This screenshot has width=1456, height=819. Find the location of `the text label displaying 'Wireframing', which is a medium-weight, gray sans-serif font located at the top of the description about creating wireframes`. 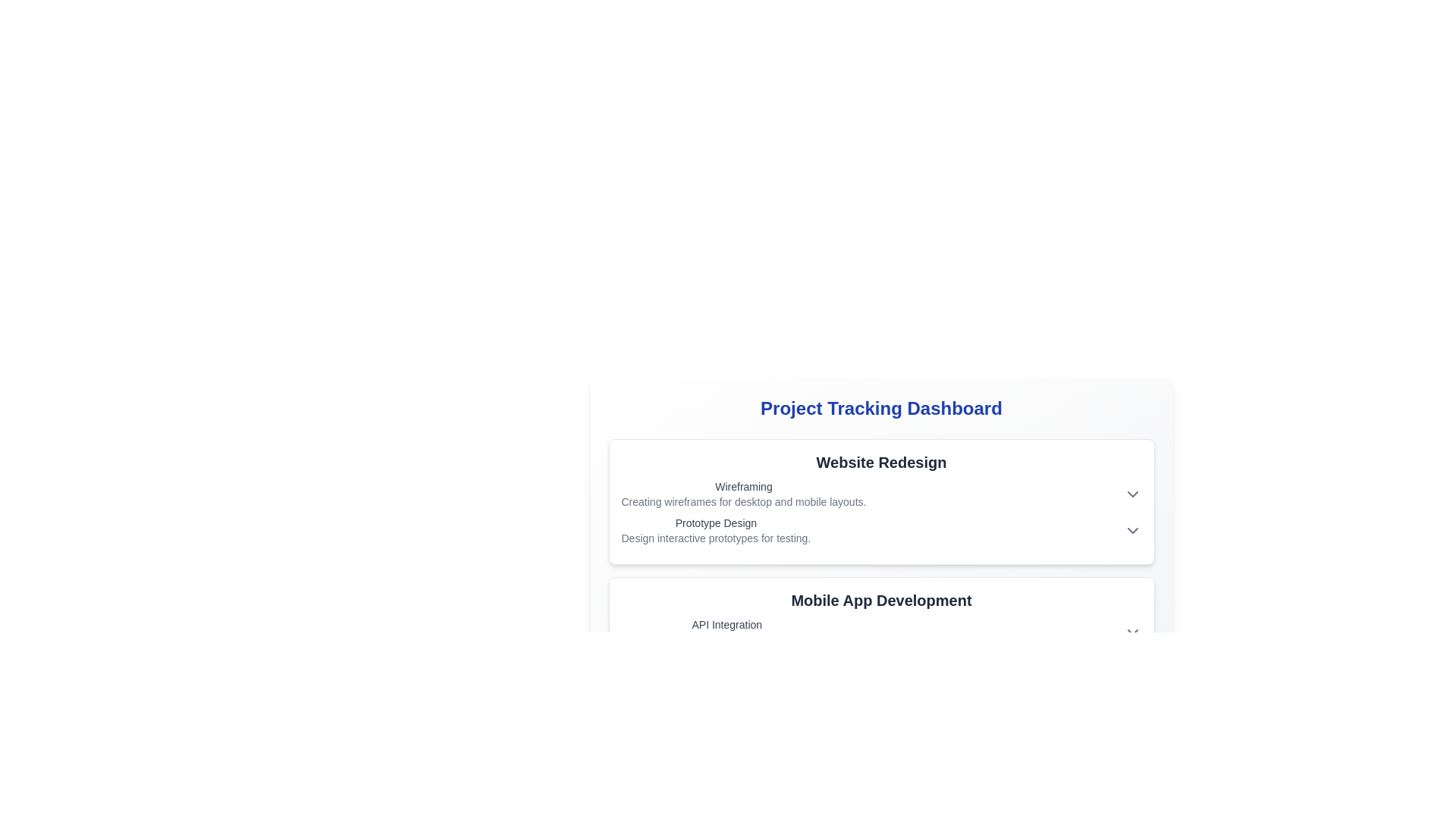

the text label displaying 'Wireframing', which is a medium-weight, gray sans-serif font located at the top of the description about creating wireframes is located at coordinates (743, 486).